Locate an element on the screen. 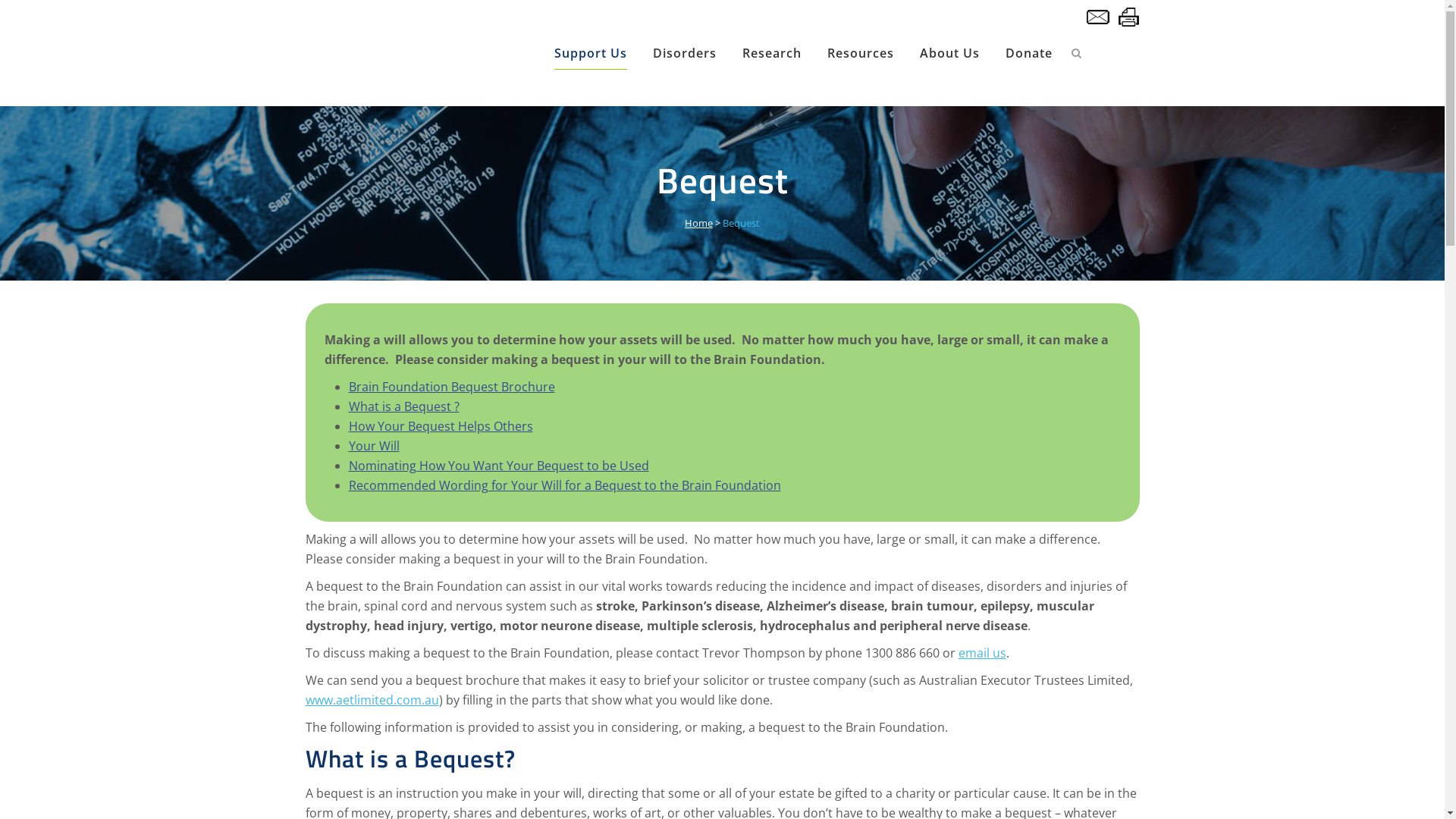 This screenshot has width=1456, height=819. 'Resources' is located at coordinates (860, 52).